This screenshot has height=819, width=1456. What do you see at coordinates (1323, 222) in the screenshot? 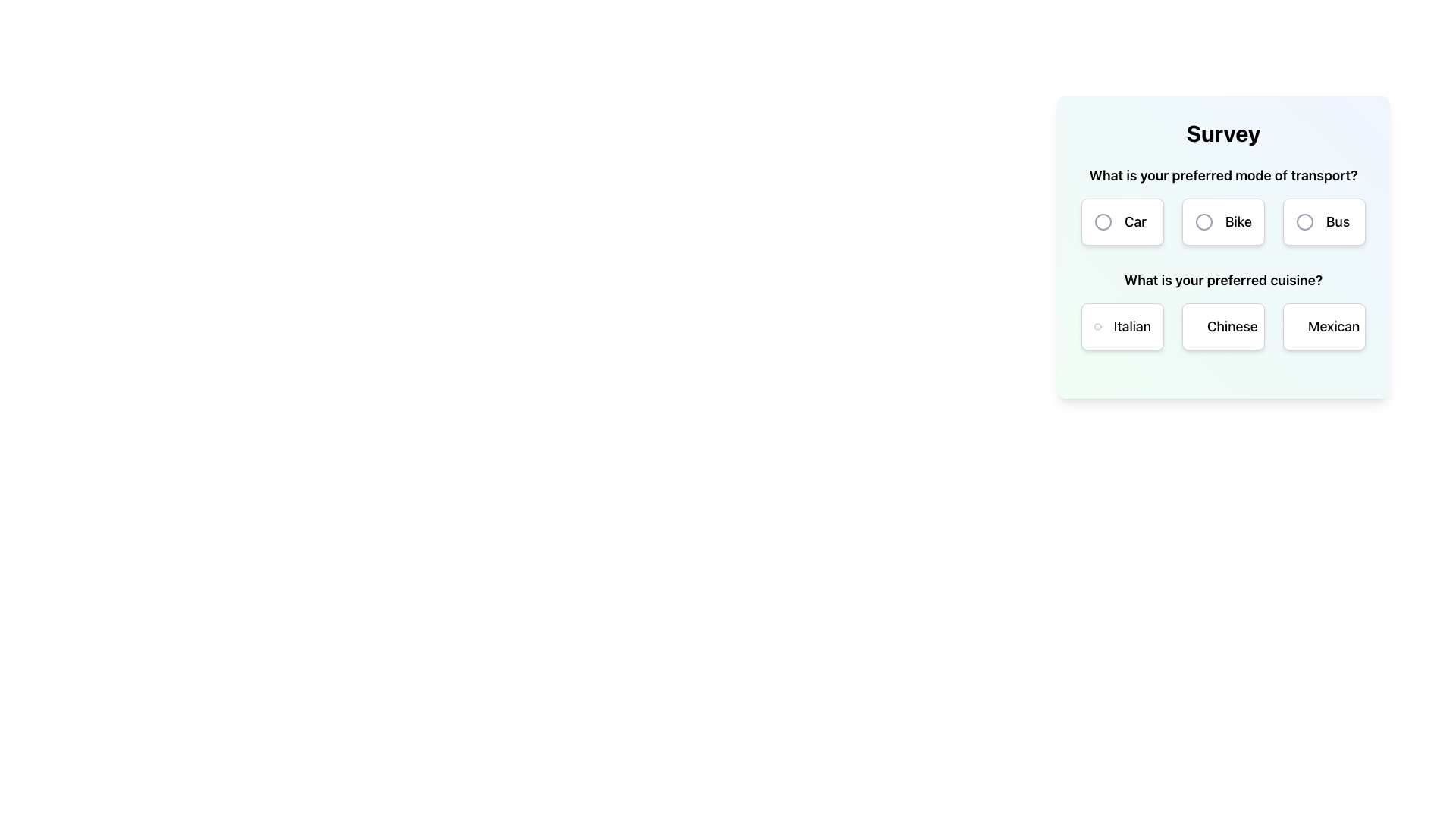
I see `the 'Bus' selectable card in the survey options` at bounding box center [1323, 222].